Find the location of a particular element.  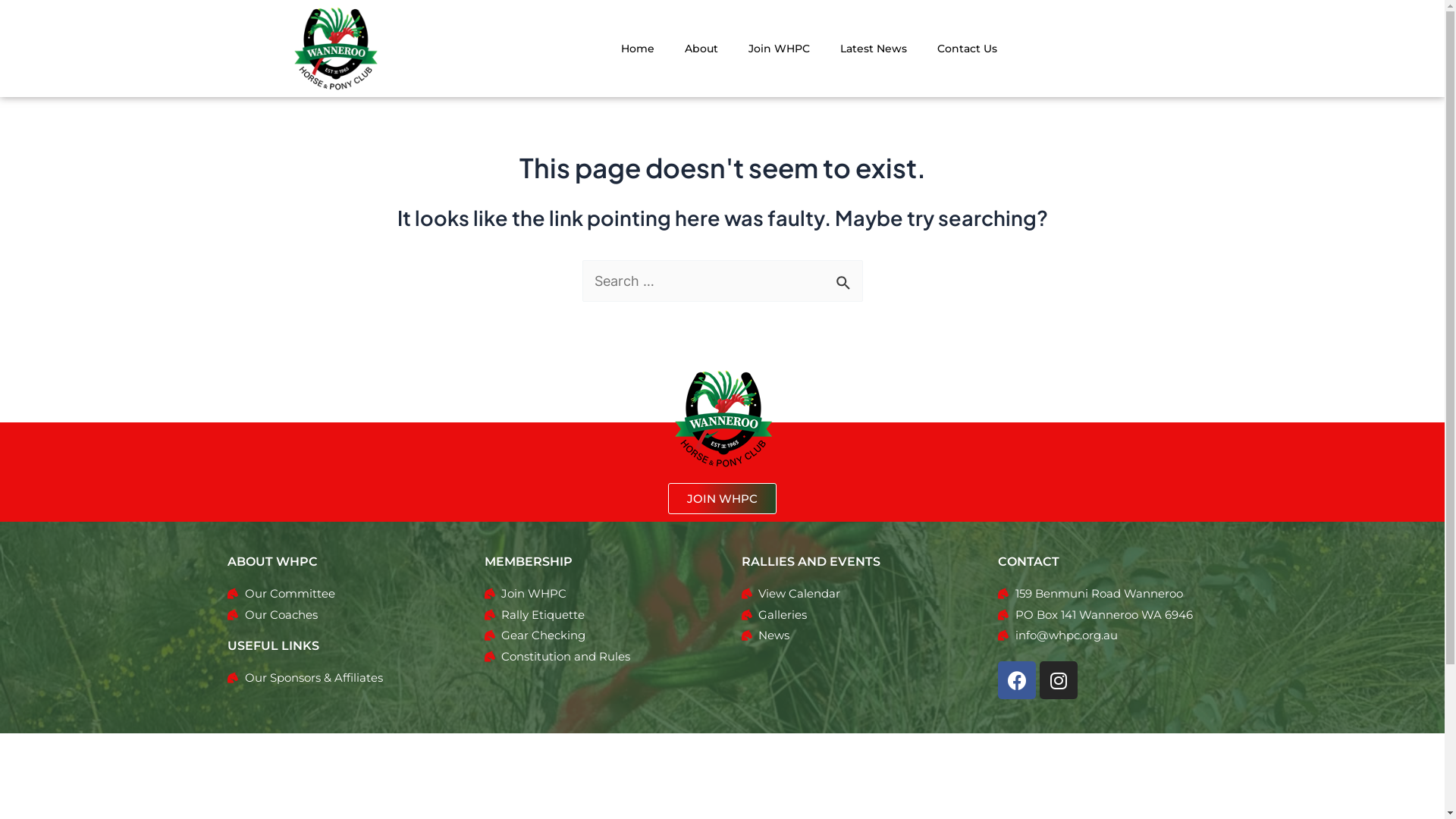

'Facebook' is located at coordinates (1016, 679).